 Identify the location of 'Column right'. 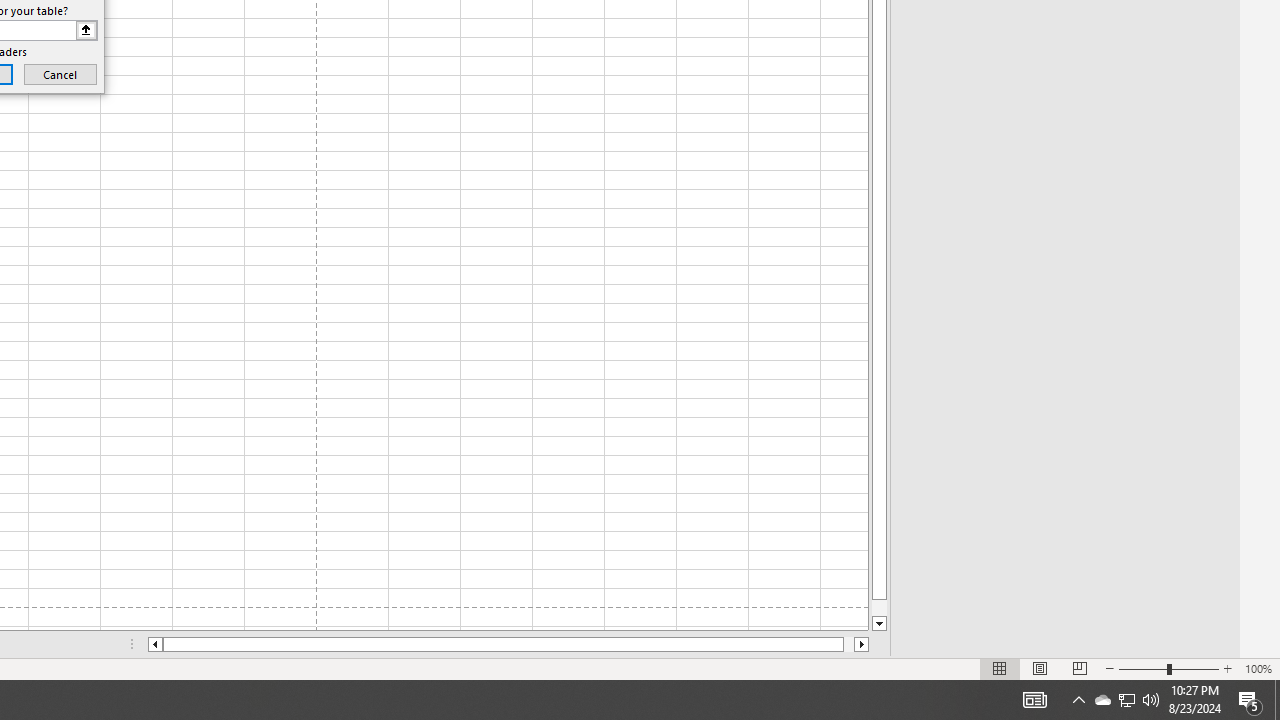
(862, 644).